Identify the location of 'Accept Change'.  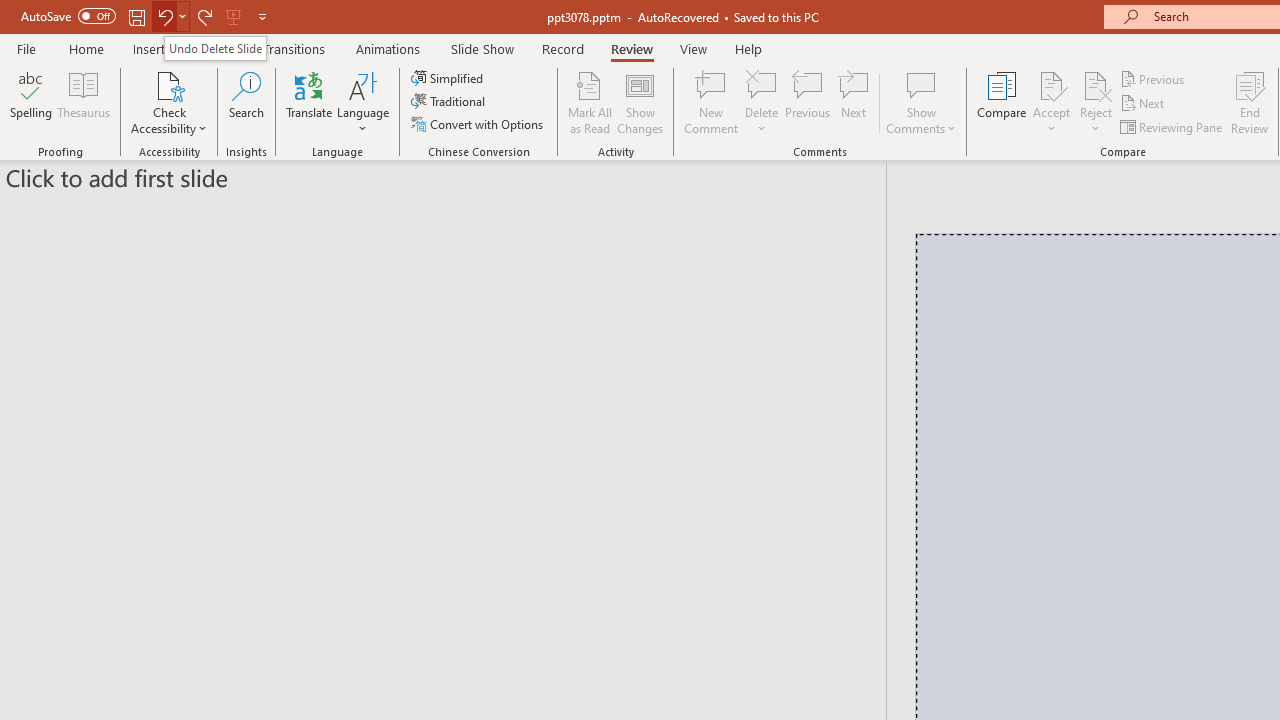
(1050, 84).